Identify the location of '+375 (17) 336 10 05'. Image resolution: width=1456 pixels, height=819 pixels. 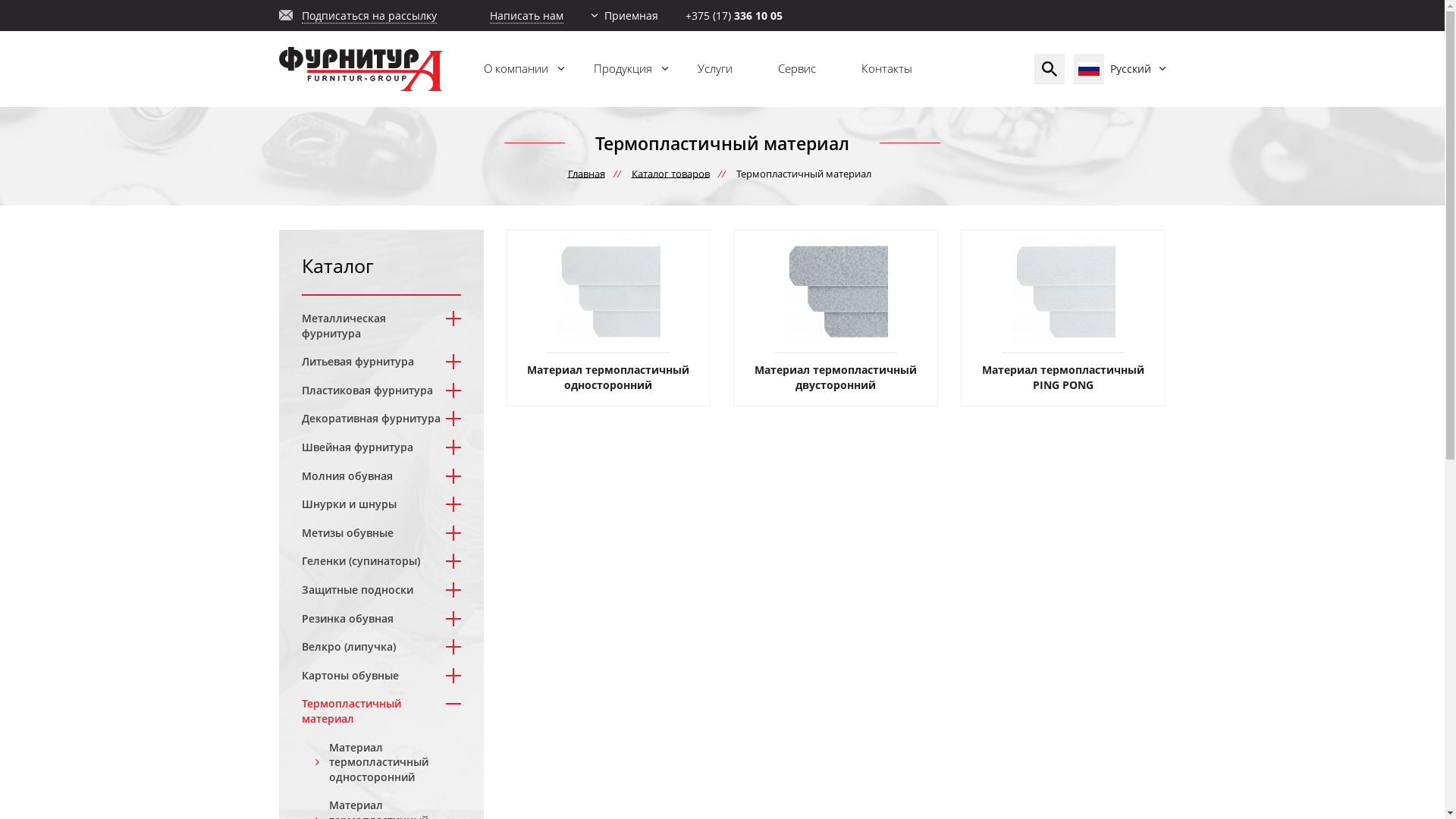
(734, 14).